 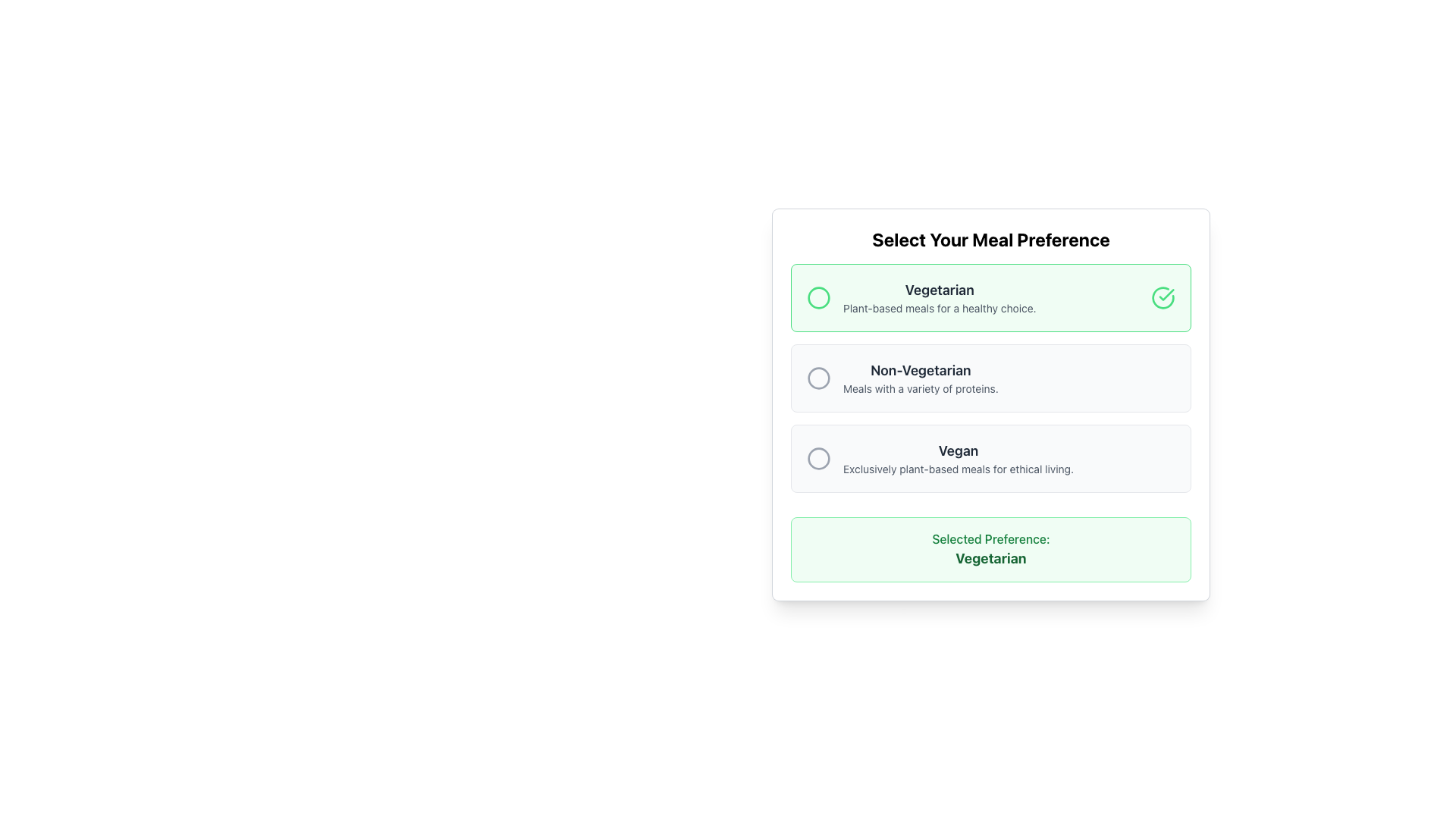 I want to click on the checkmark icon representing the 'Vegetarian' meal preference, which is styled with a green stroke and located inside a larger circular green border, so click(x=1166, y=295).